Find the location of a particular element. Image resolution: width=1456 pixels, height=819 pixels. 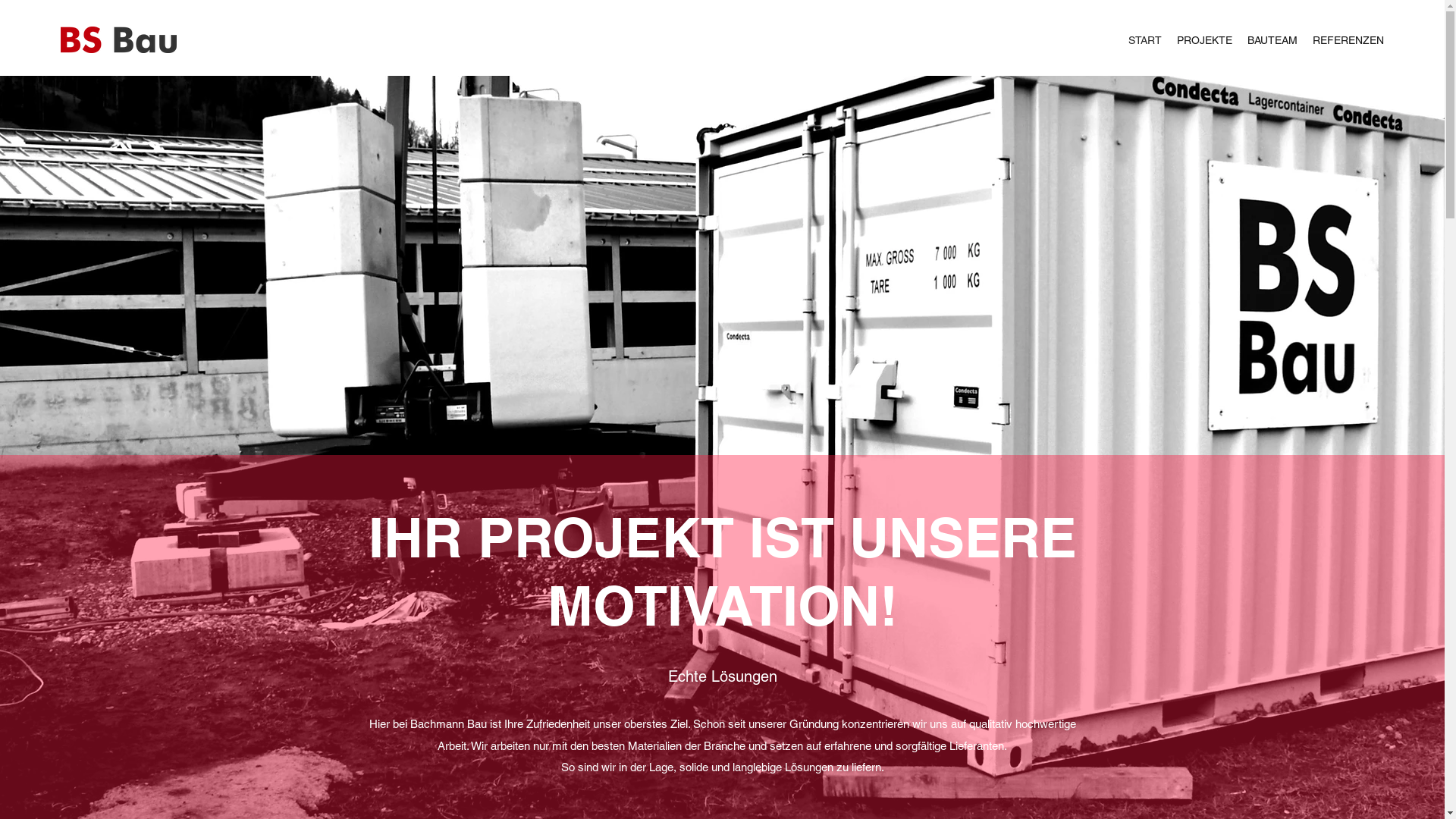

'START' is located at coordinates (1145, 39).